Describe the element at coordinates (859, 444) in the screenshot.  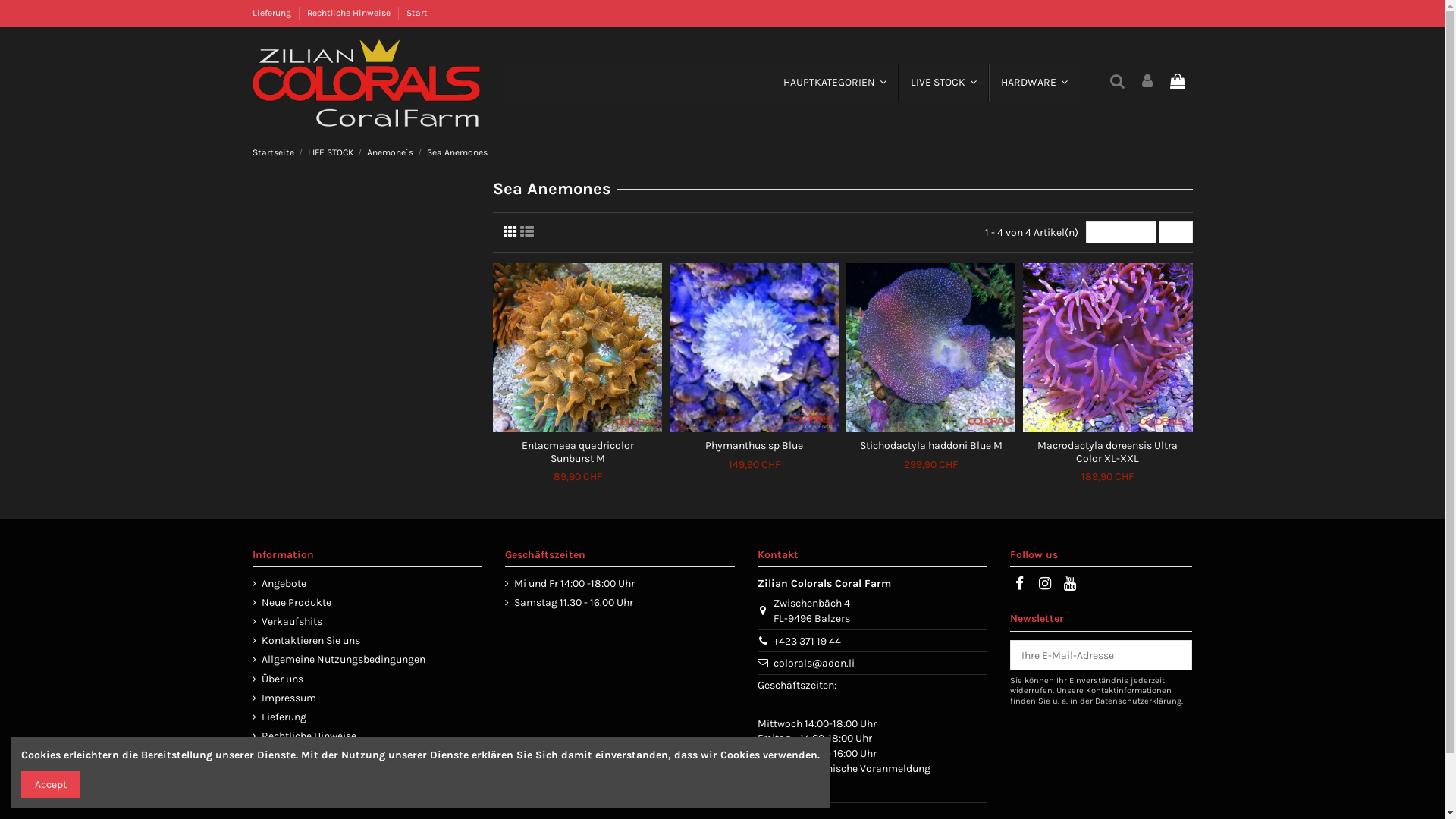
I see `'Stichodactyla haddoni Blue M'` at that location.